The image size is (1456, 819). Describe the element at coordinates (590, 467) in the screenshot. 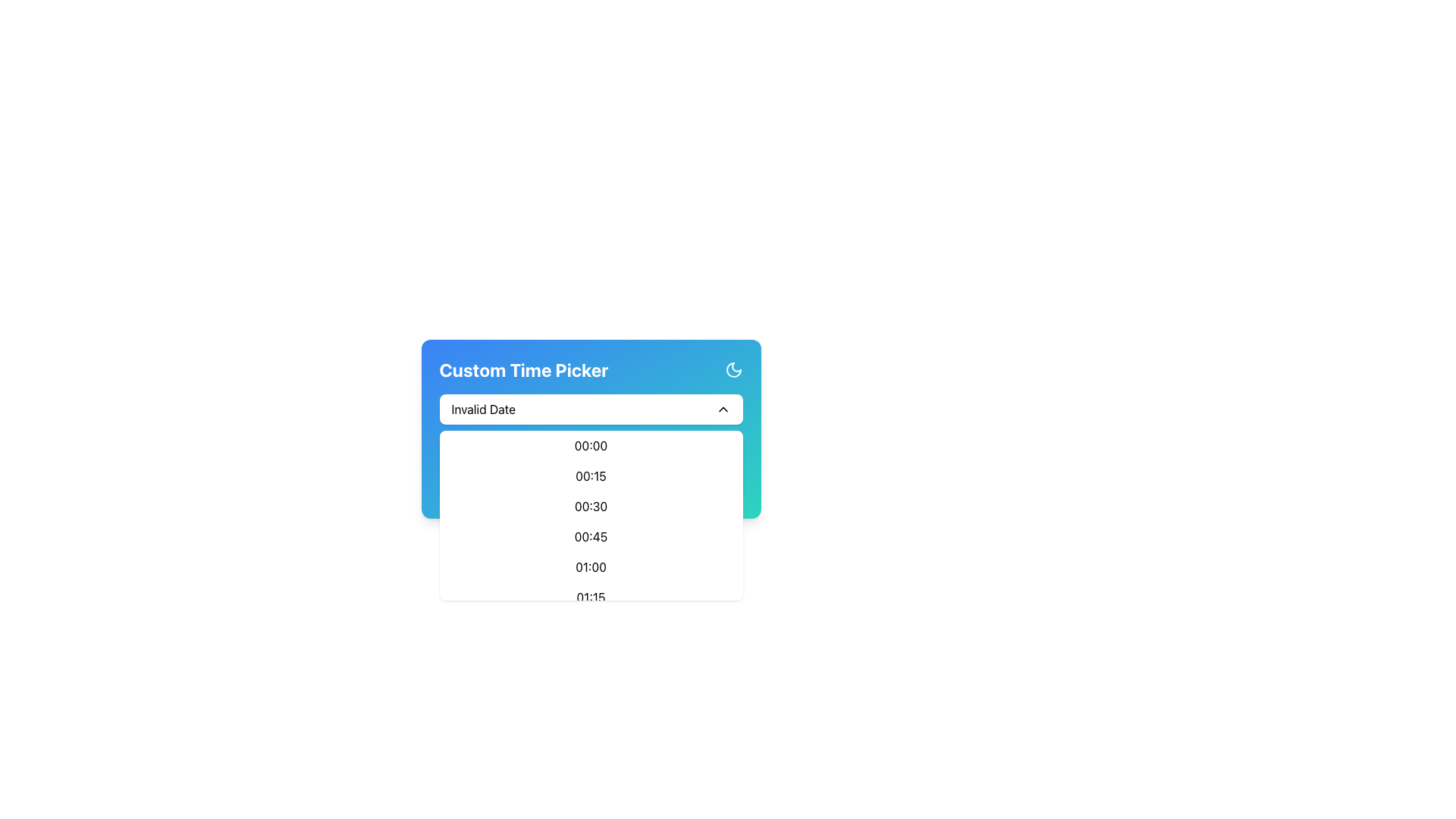

I see `the time '00:15' in the dropdown list of the 'Custom Time Picker'` at that location.